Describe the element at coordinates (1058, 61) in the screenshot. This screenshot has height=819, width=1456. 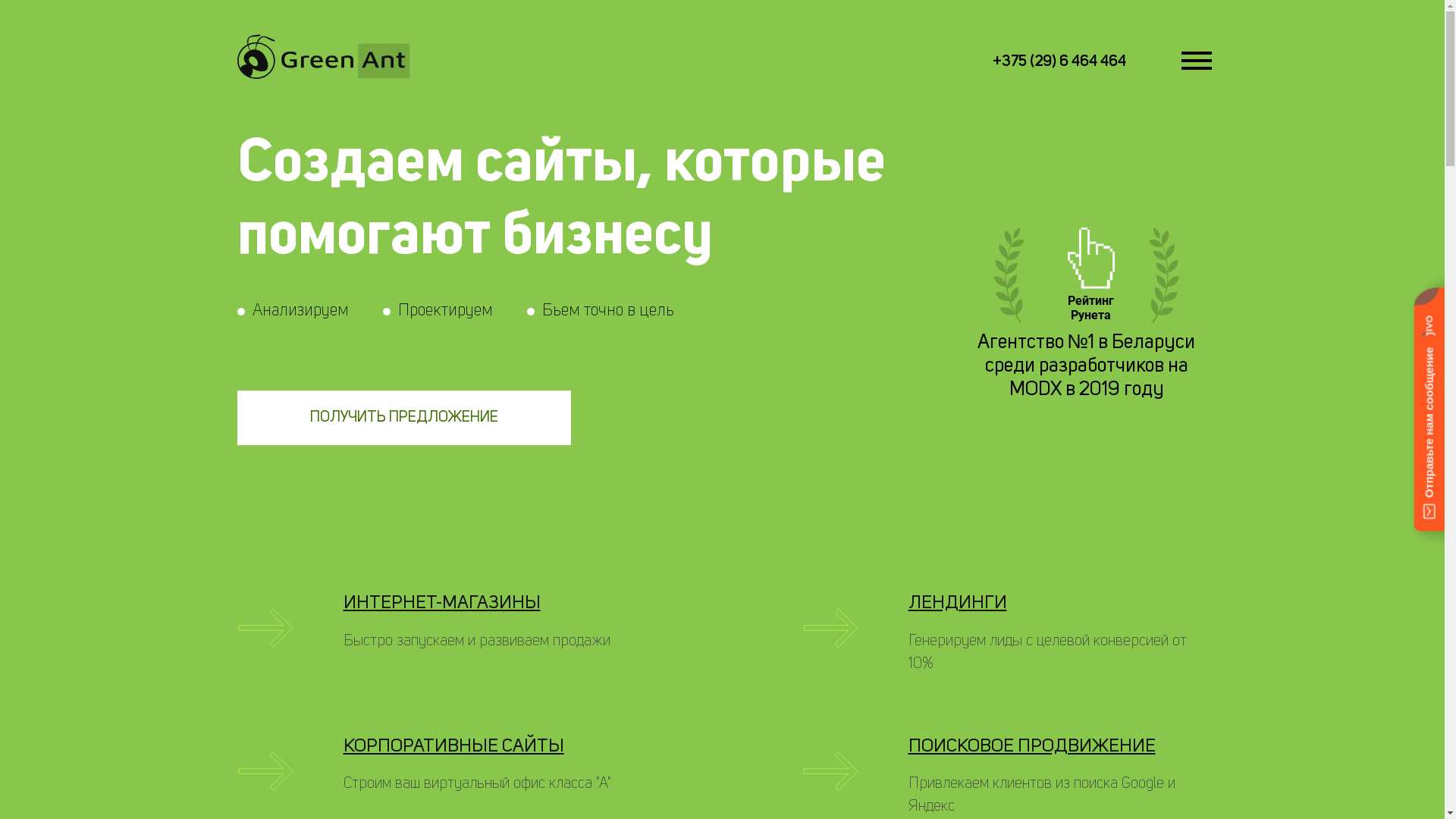
I see `'+375 (29) 6 464 464'` at that location.